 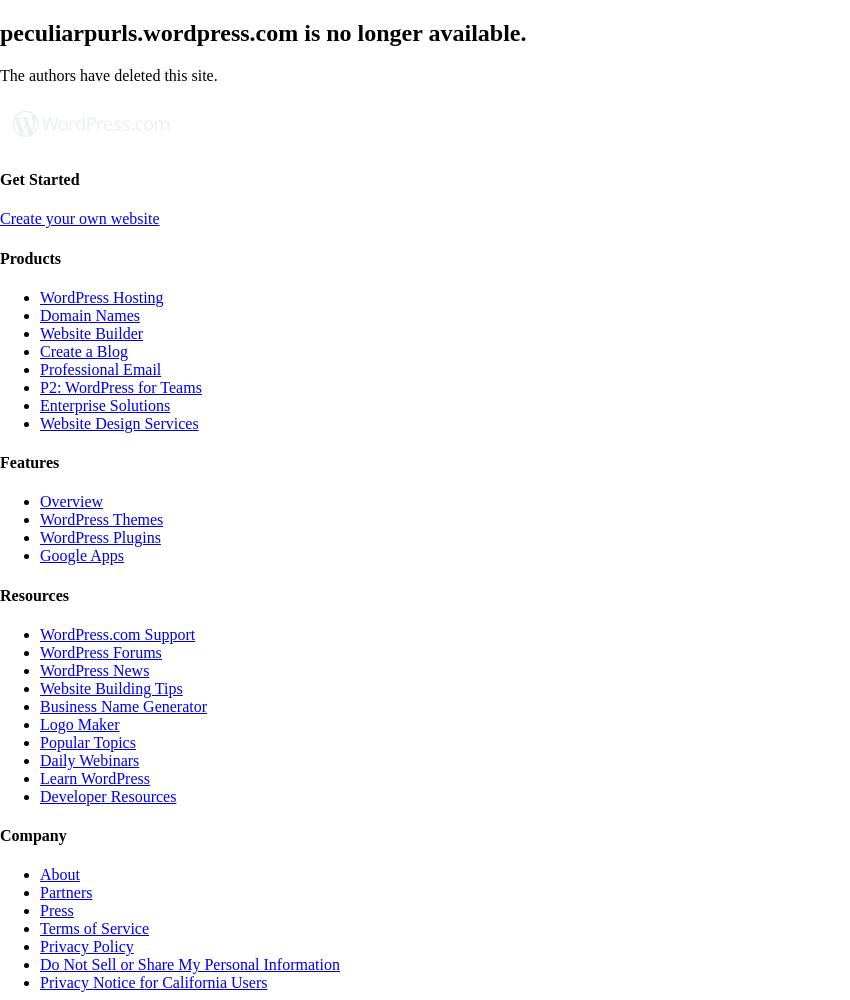 I want to click on 'peculiarpurls.wordpress.com is no longer available.', so click(x=0, y=32).